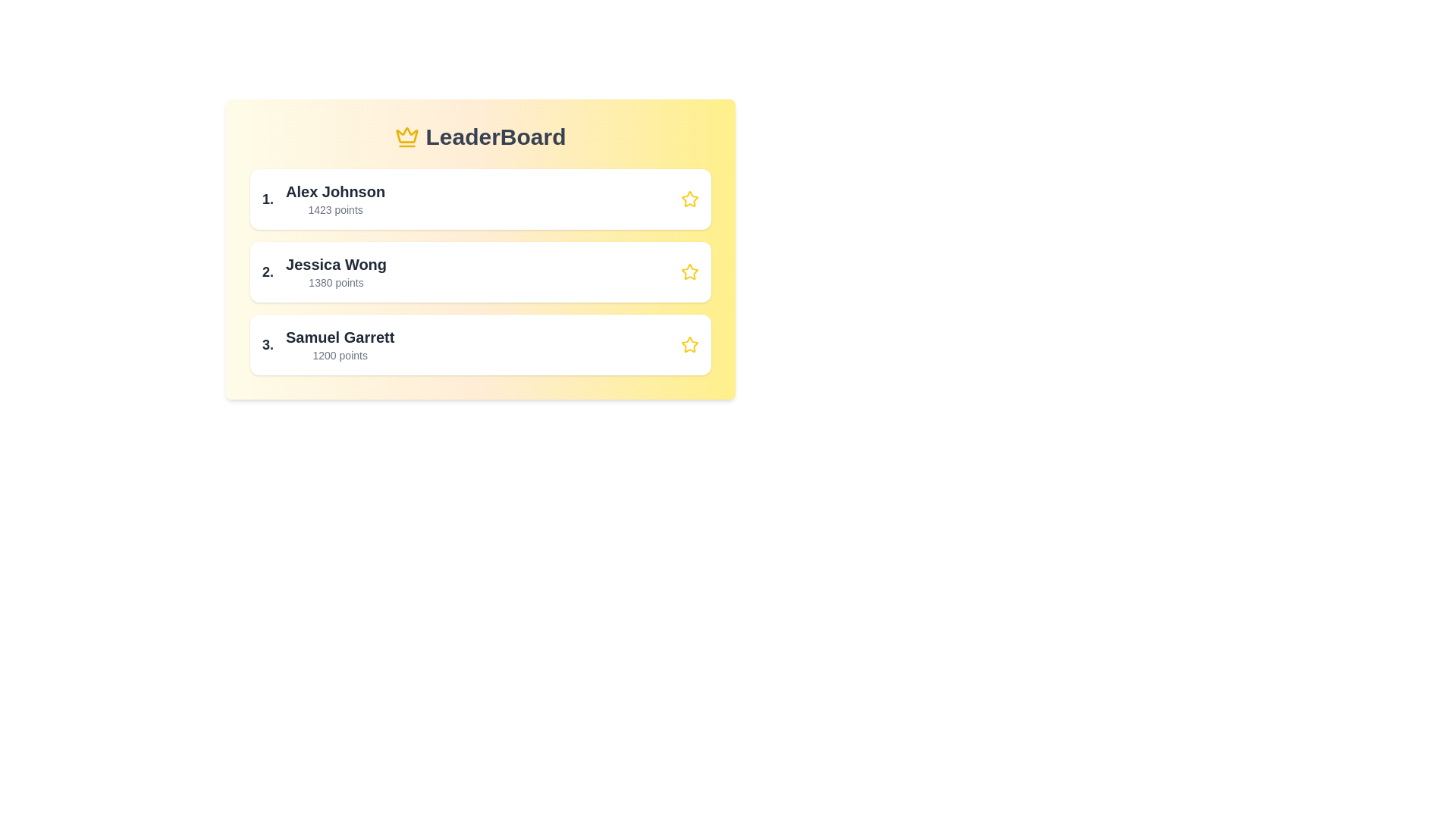 The height and width of the screenshot is (819, 1456). What do you see at coordinates (479, 345) in the screenshot?
I see `the entry of player Samuel Garrett` at bounding box center [479, 345].